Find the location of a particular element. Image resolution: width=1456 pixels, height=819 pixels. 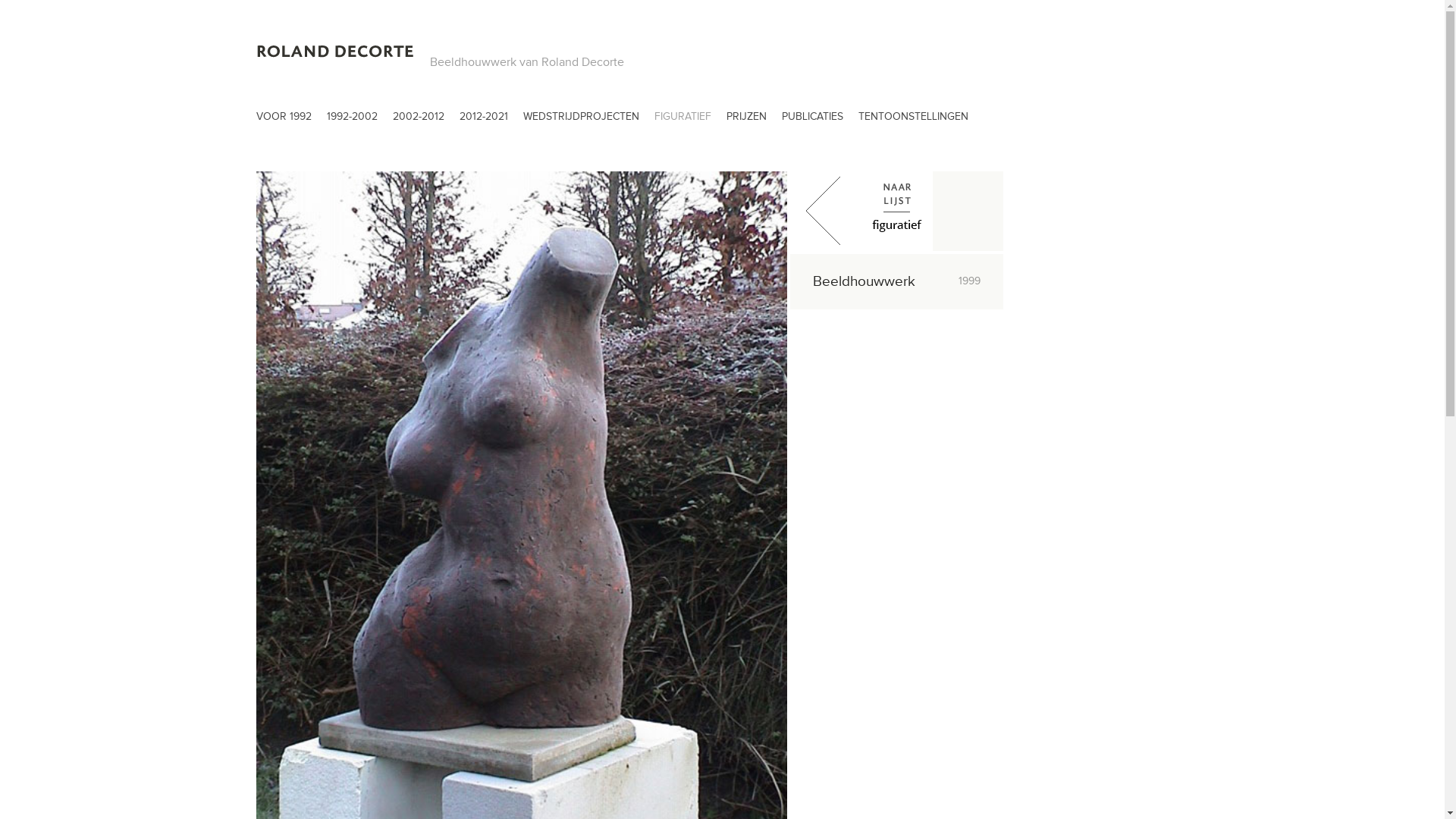

'PUBLICATIES' is located at coordinates (811, 119).